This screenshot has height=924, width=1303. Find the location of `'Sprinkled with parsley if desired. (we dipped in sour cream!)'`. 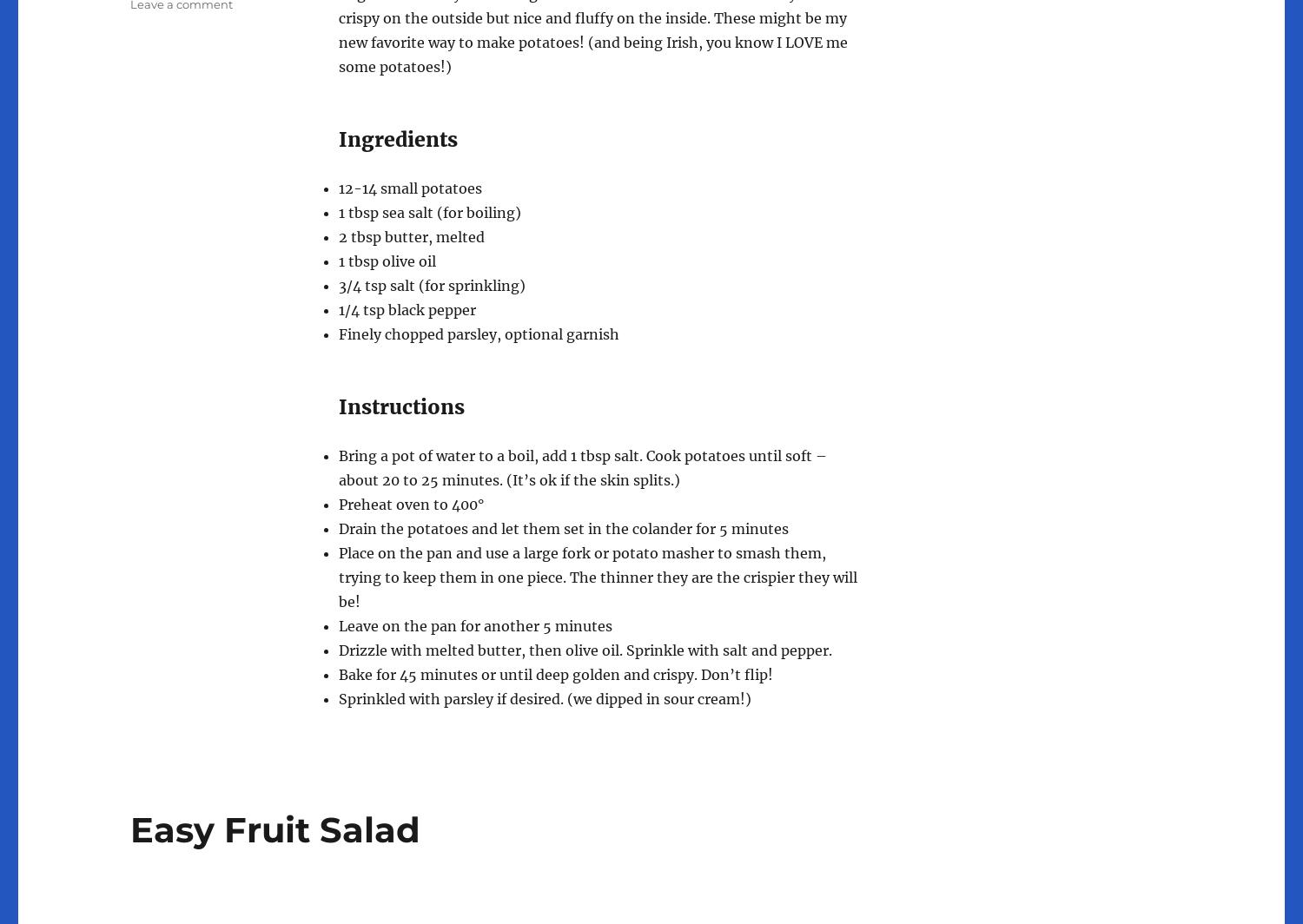

'Sprinkled with parsley if desired. (we dipped in sour cream!)' is located at coordinates (339, 697).